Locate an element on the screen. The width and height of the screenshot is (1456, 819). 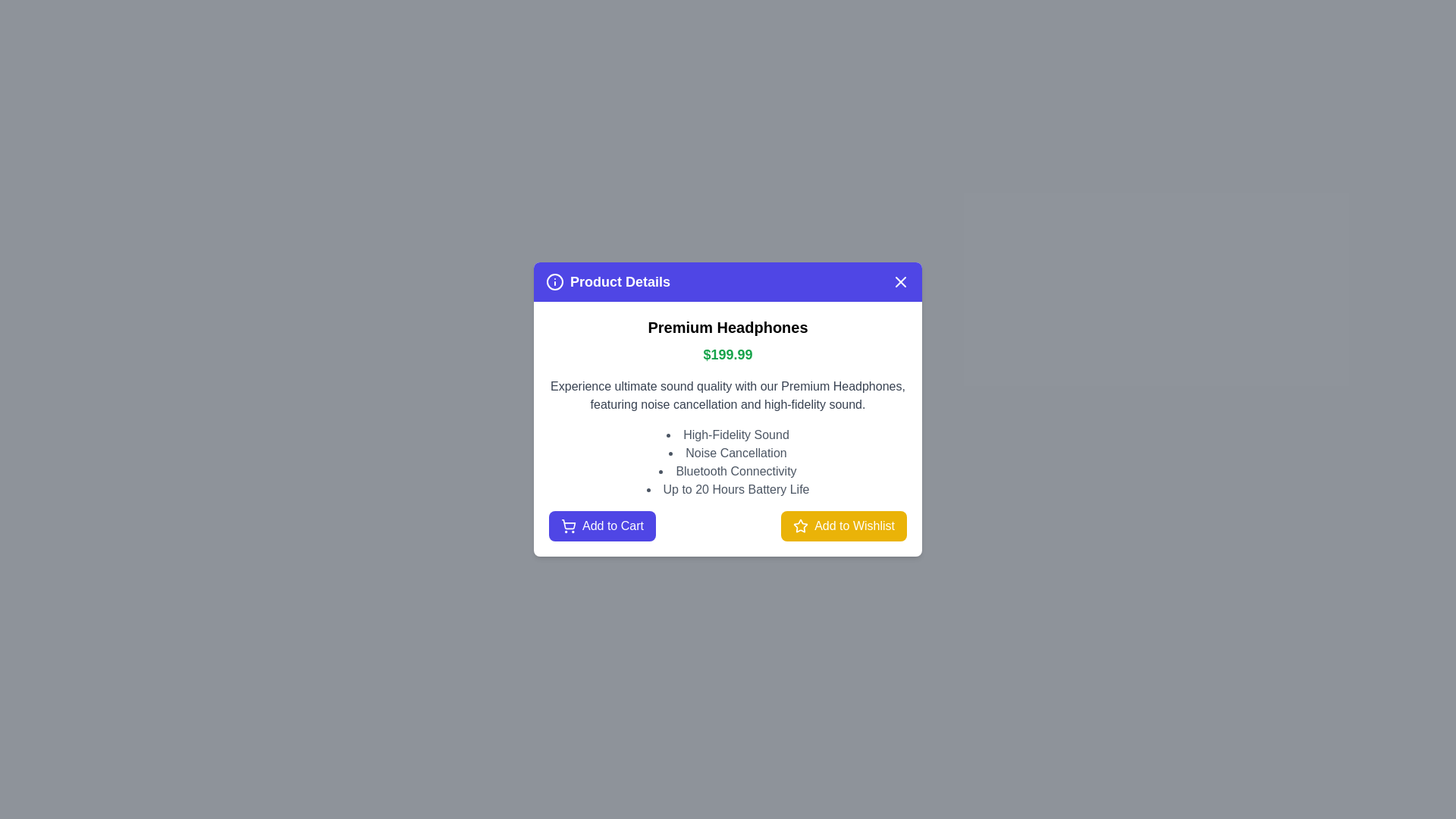
the text element Product Name for copying or selection is located at coordinates (728, 327).